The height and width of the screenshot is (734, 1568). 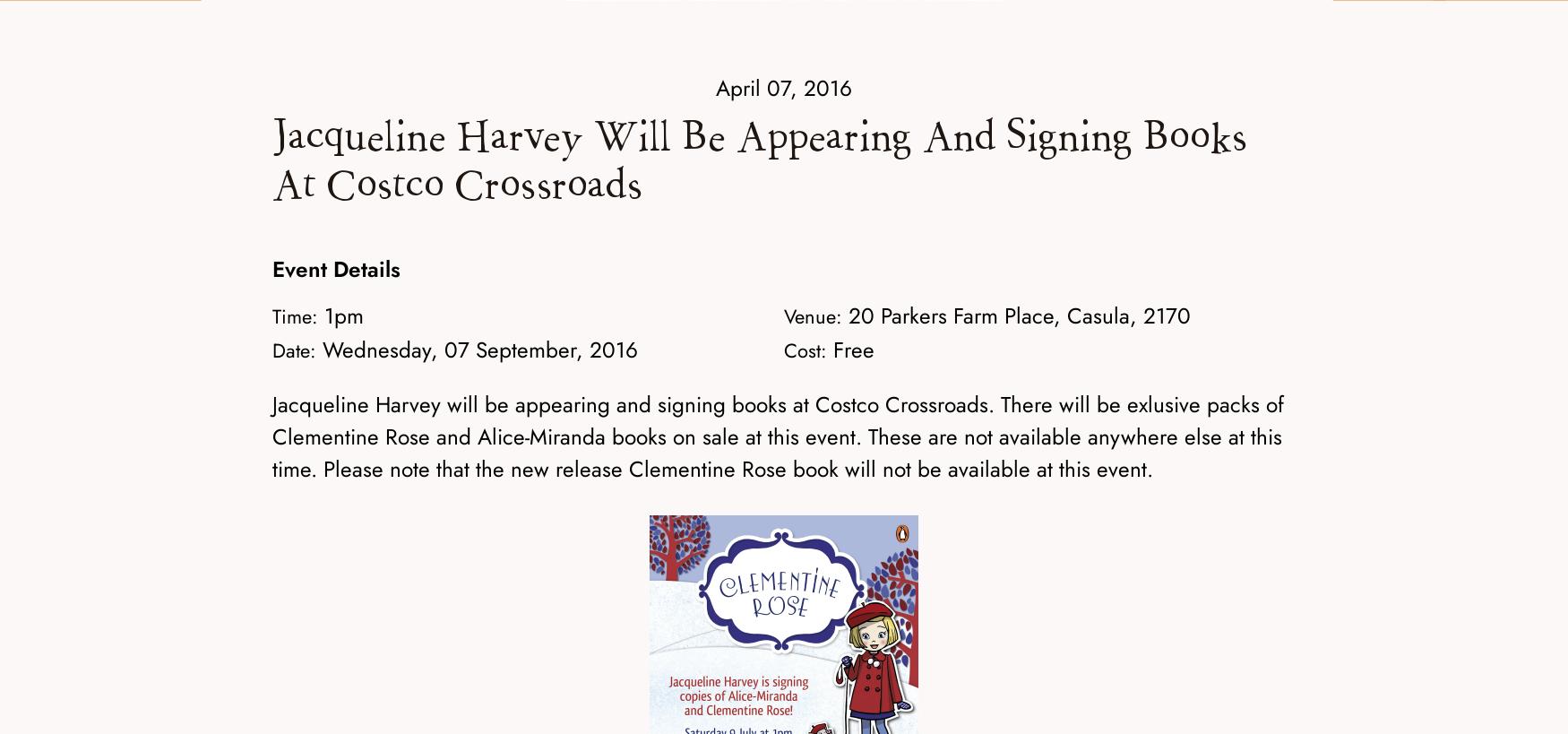 What do you see at coordinates (293, 349) in the screenshot?
I see `'Date:'` at bounding box center [293, 349].